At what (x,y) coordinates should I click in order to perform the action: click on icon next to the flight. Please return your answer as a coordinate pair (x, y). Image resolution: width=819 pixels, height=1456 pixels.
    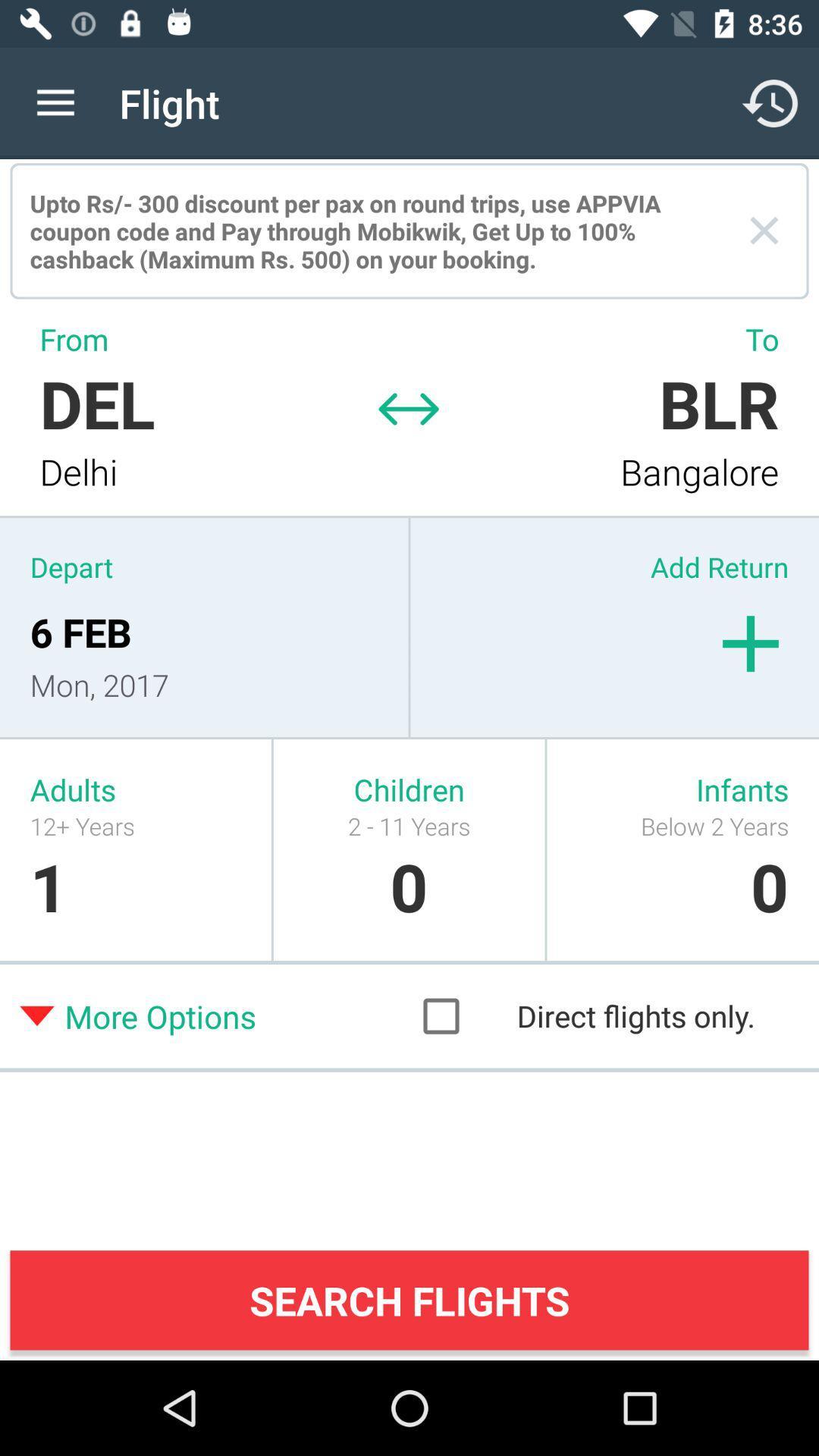
    Looking at the image, I should click on (771, 102).